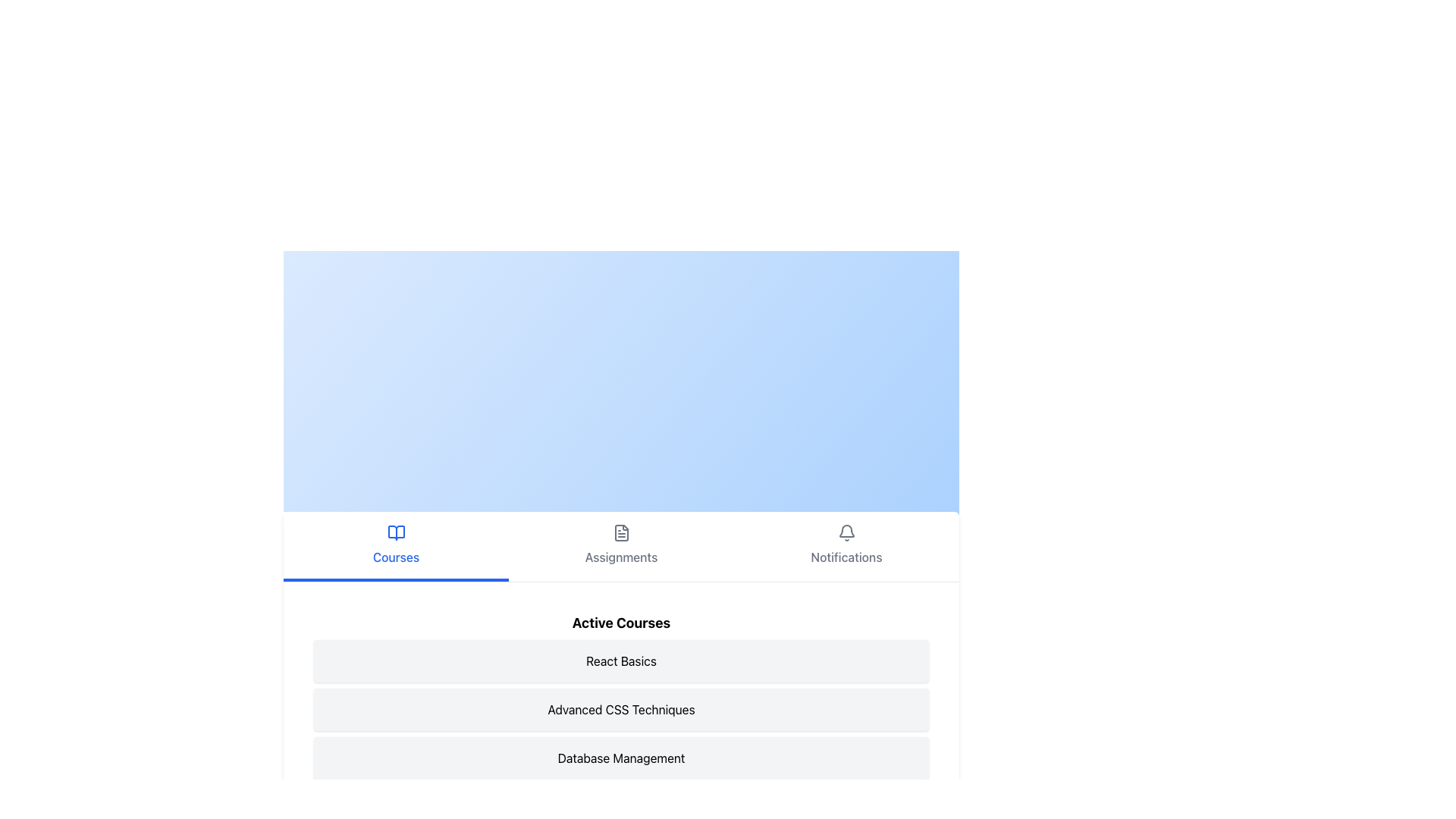 The height and width of the screenshot is (819, 1456). I want to click on the 'Courses' text label, which is styled in blue font and positioned below an open book icon, centered horizontally, so click(396, 557).